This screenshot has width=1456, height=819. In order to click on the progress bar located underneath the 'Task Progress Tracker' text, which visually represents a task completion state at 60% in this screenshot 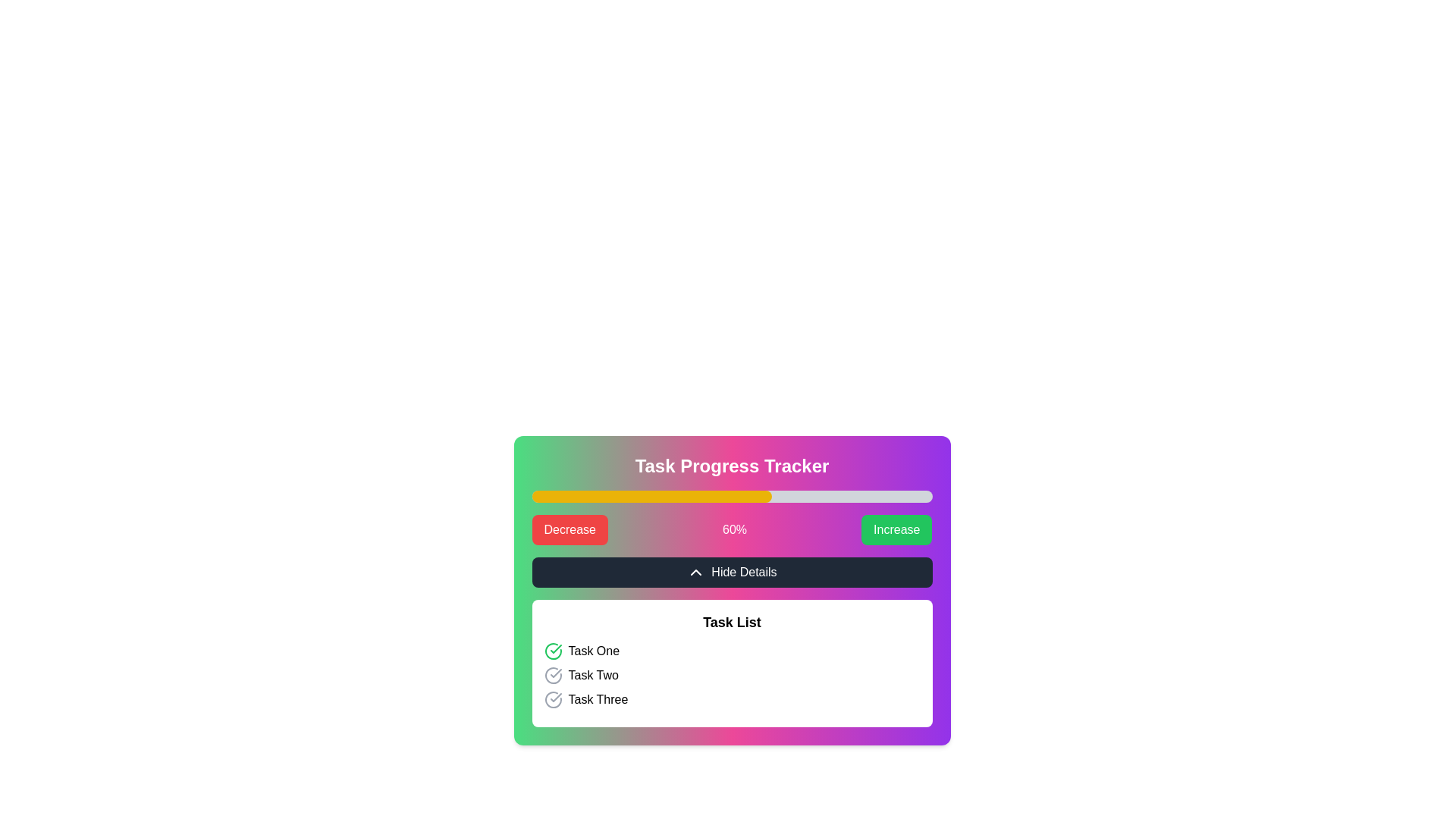, I will do `click(732, 497)`.